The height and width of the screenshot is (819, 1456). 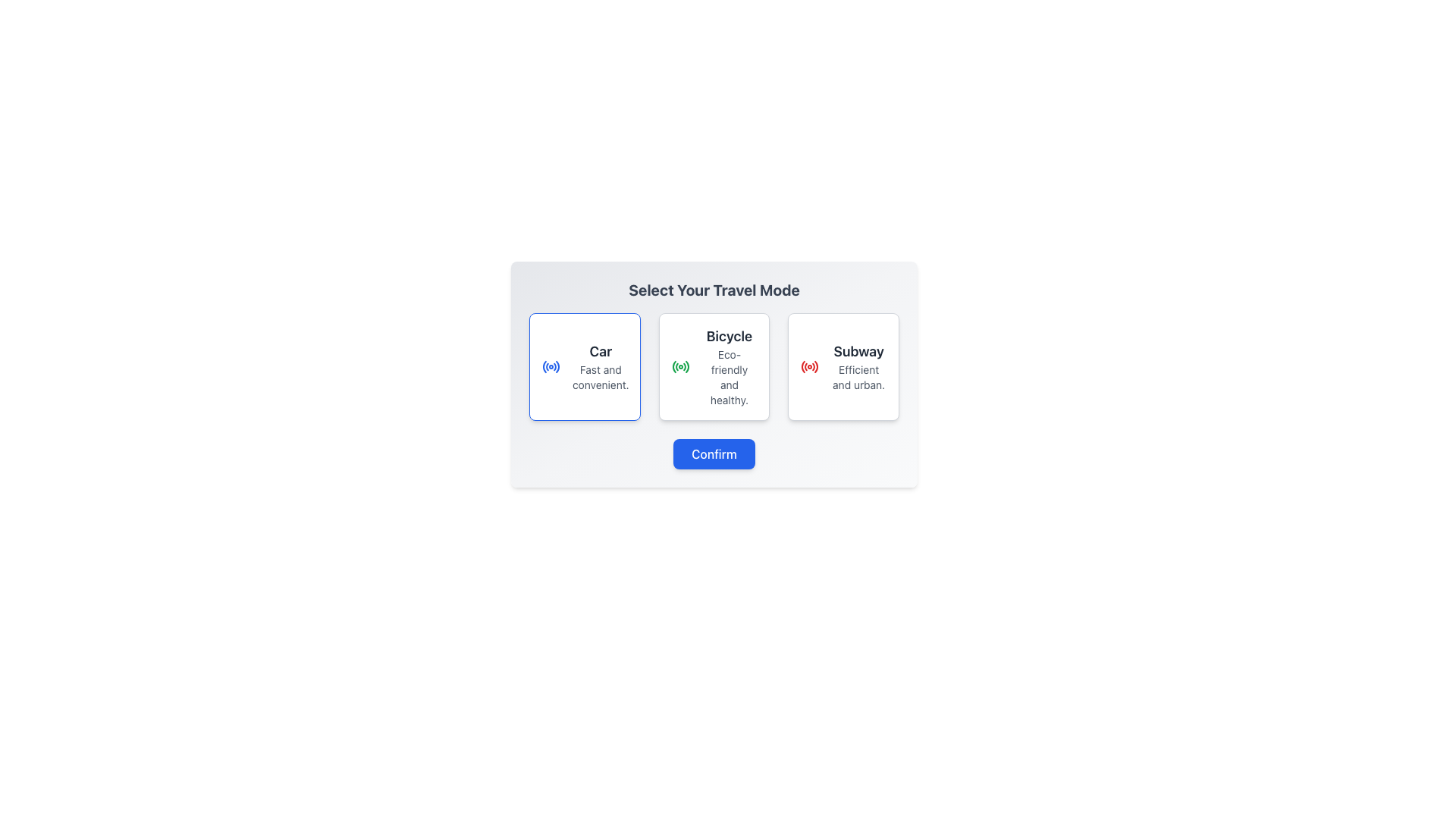 I want to click on the 'Car' transportation method text label, so click(x=600, y=366).